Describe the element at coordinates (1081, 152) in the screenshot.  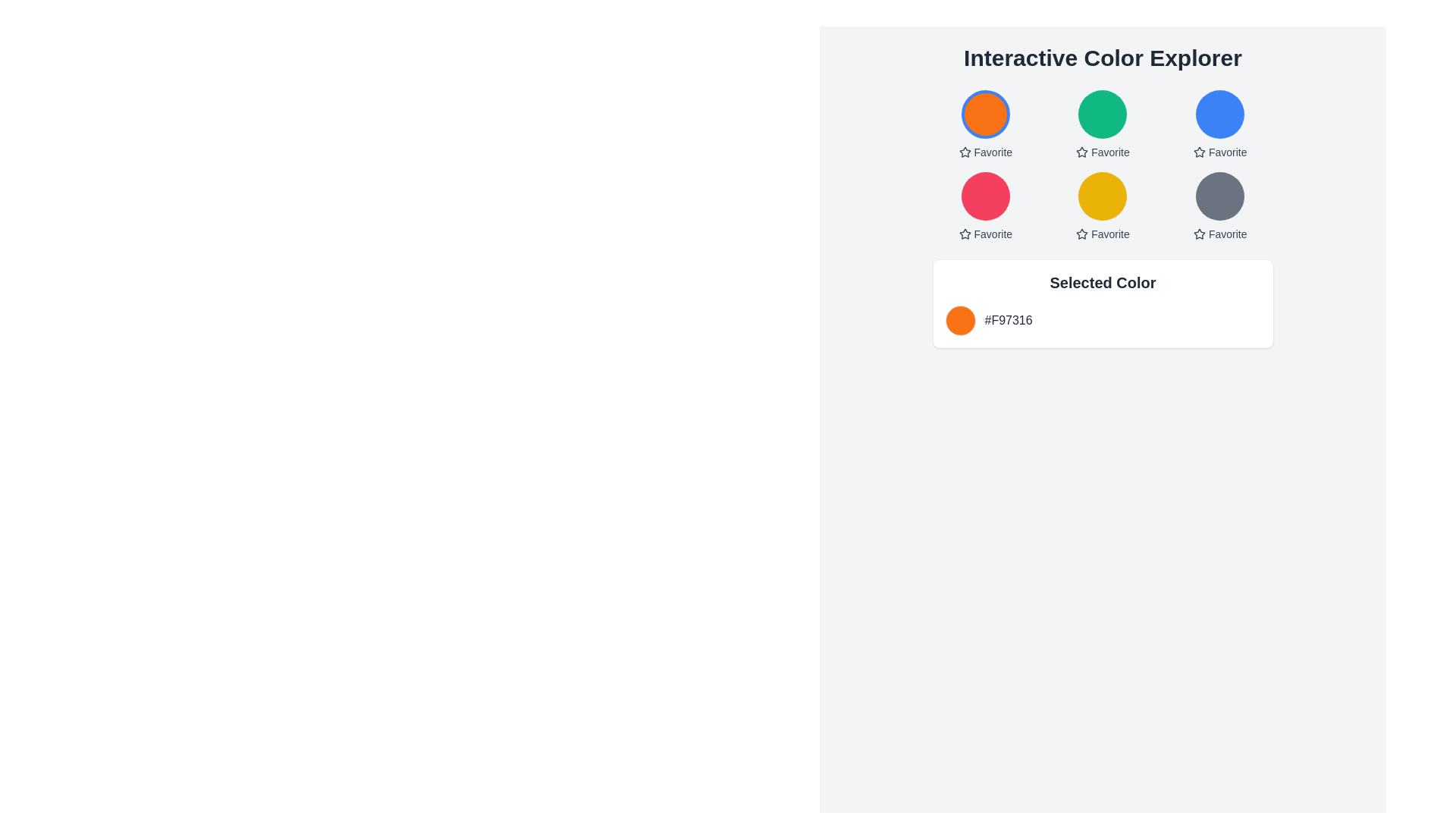
I see `the second Icon Button from the left in the first row of items` at that location.